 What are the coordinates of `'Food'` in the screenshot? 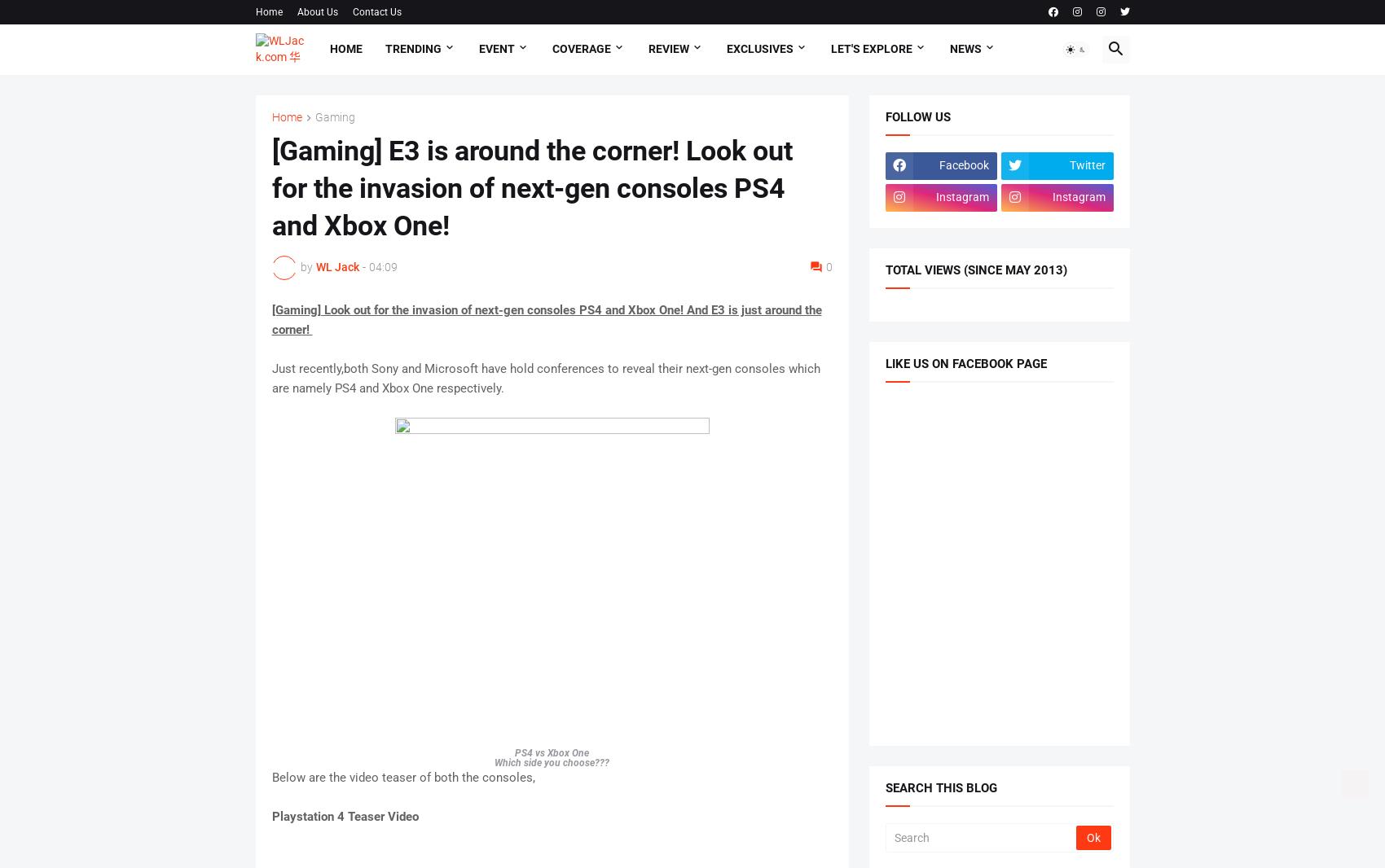 It's located at (284, 220).